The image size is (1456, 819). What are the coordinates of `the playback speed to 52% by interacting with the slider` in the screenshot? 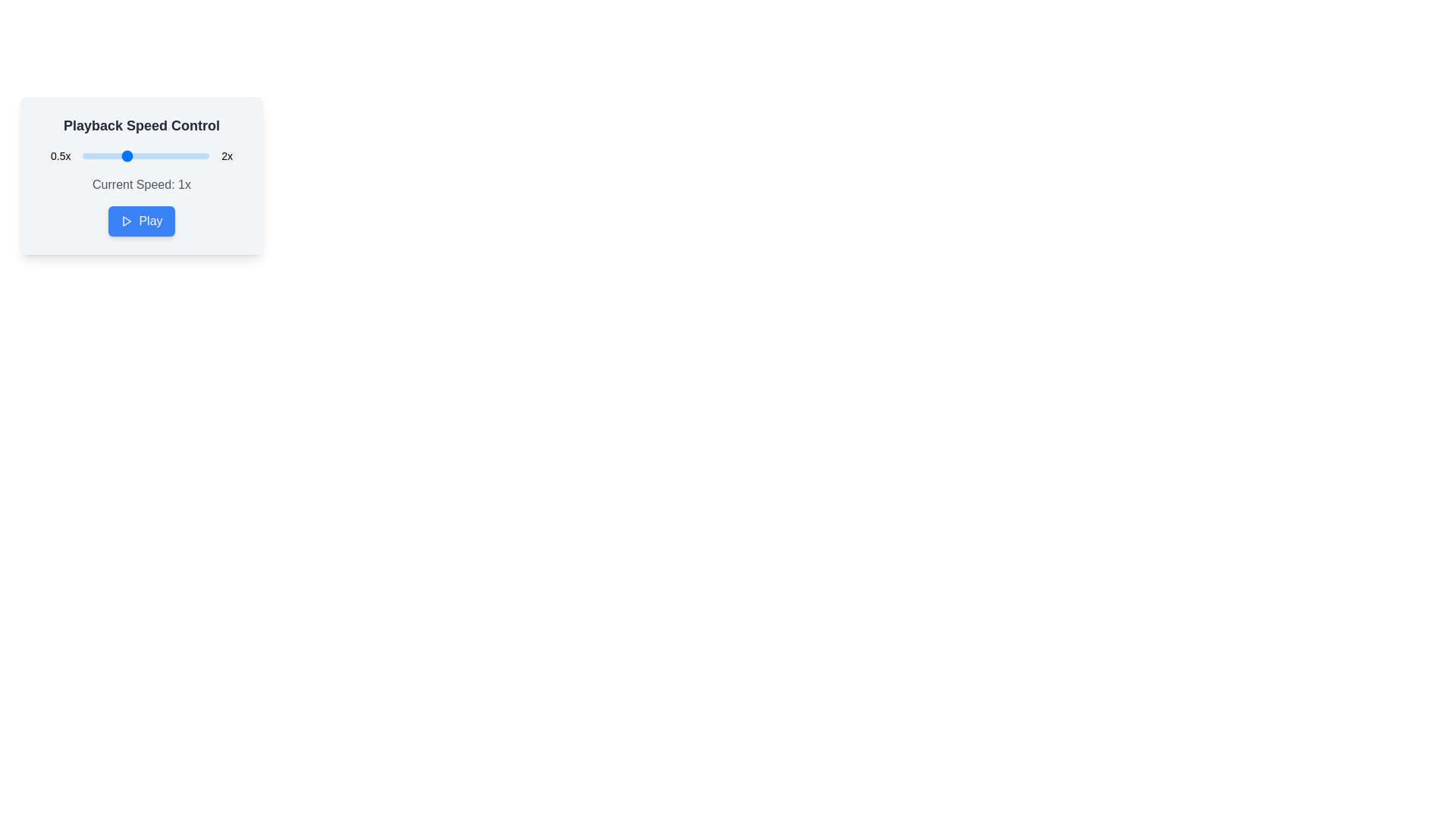 It's located at (83, 155).